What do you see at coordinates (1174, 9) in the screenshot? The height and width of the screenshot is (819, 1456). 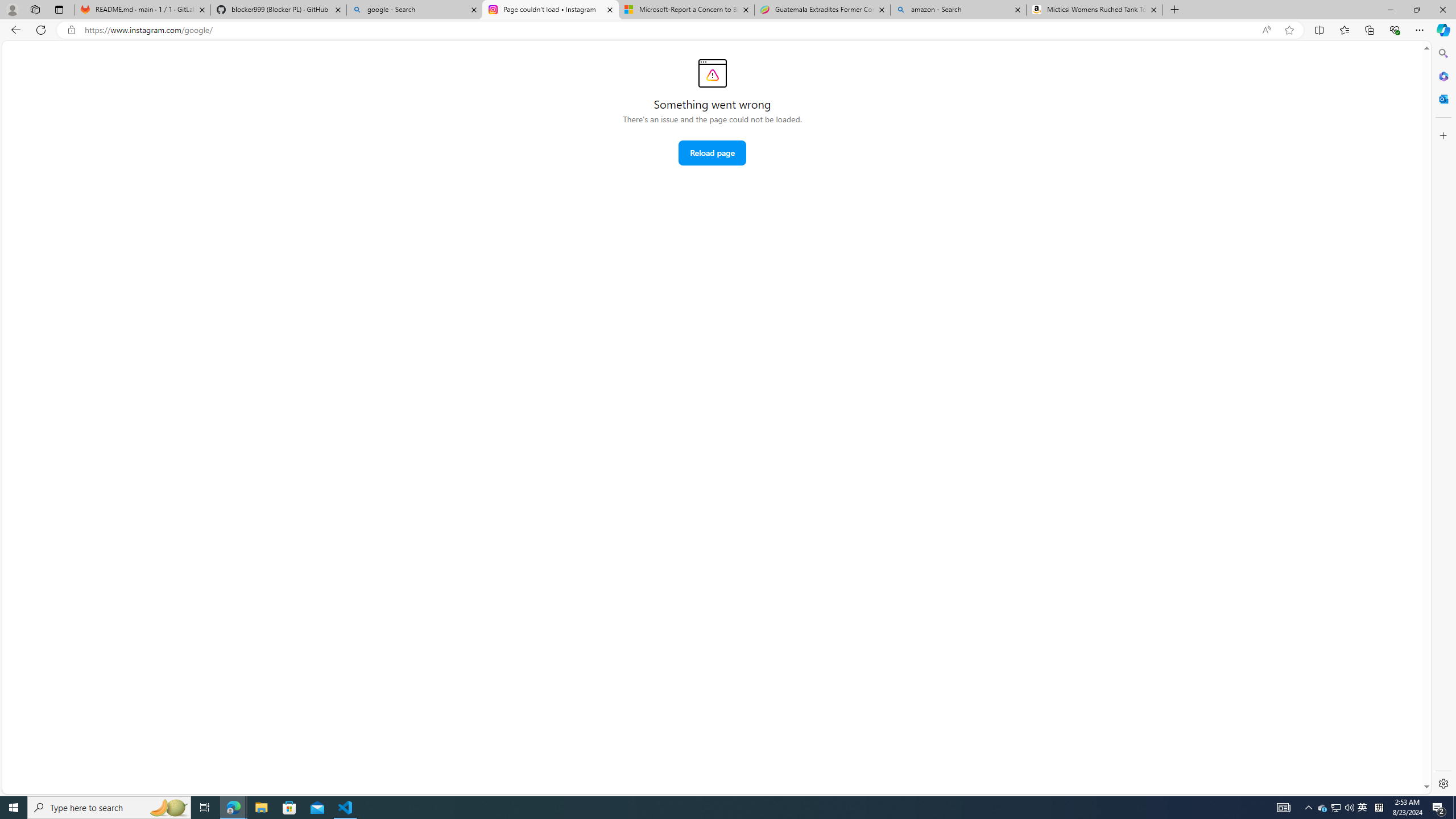 I see `'New Tab'` at bounding box center [1174, 9].